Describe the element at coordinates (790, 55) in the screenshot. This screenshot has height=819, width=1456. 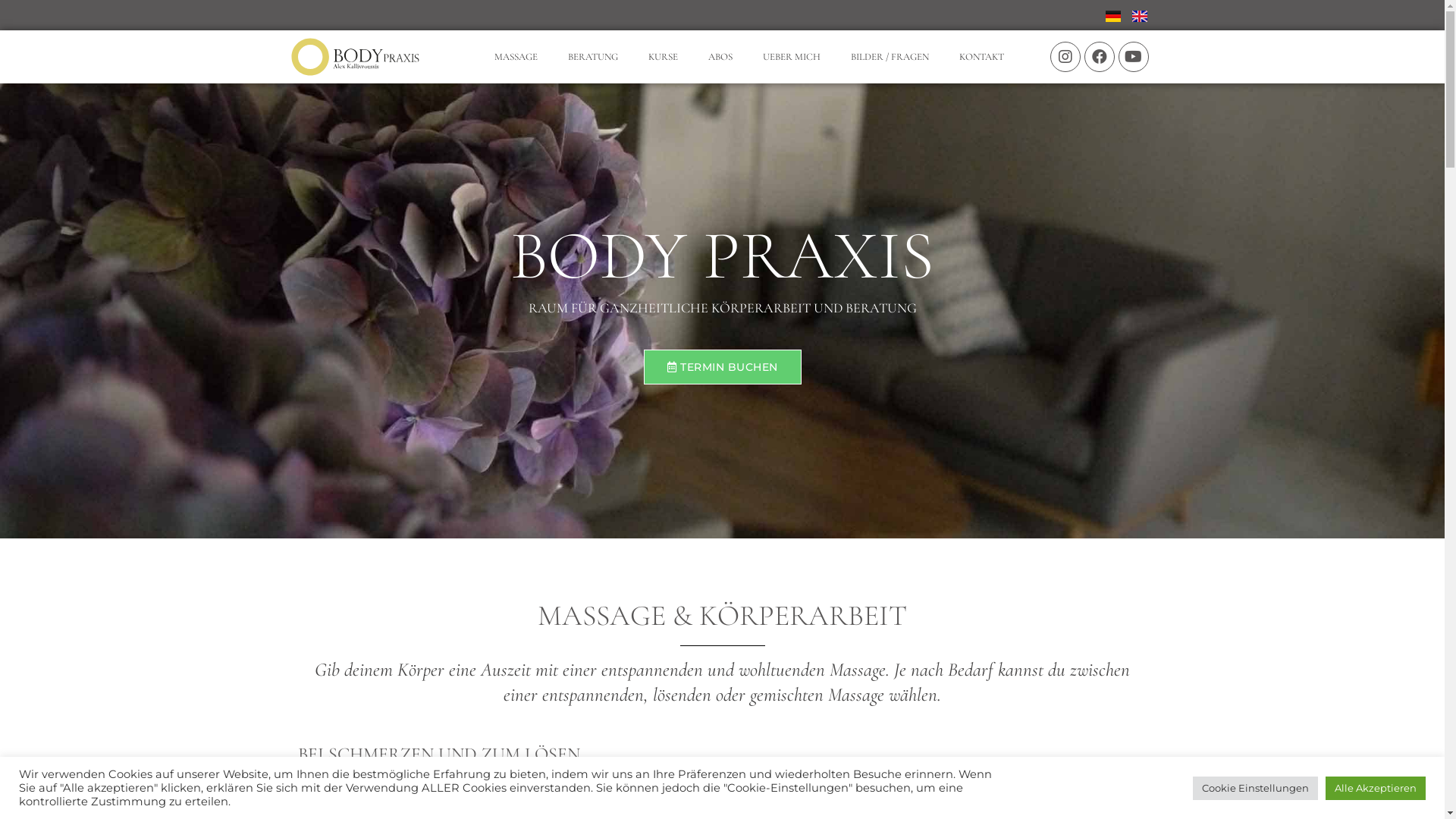
I see `'UEBER MICH'` at that location.